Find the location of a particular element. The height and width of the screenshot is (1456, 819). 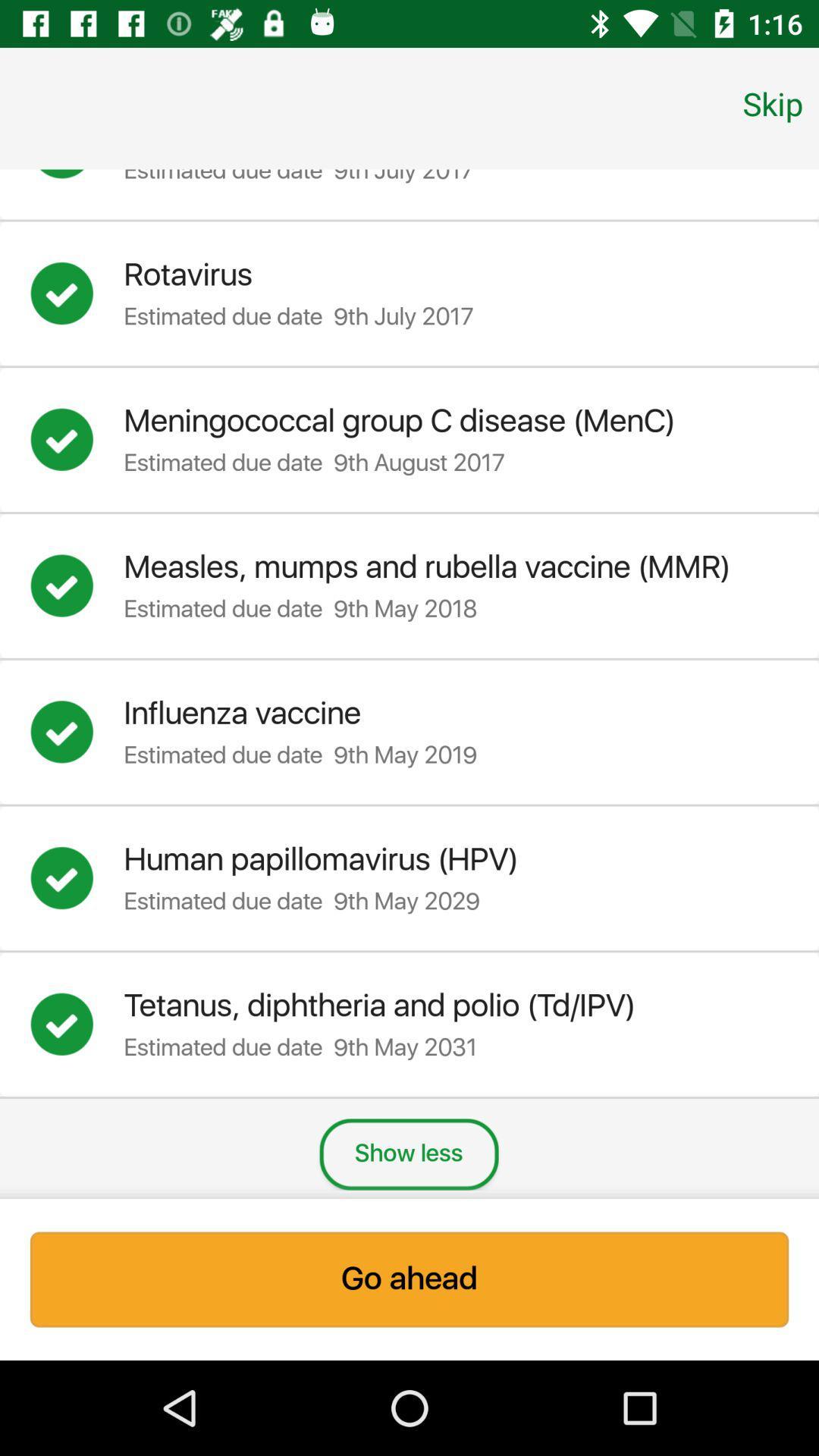

the go ahead icon is located at coordinates (409, 1279).